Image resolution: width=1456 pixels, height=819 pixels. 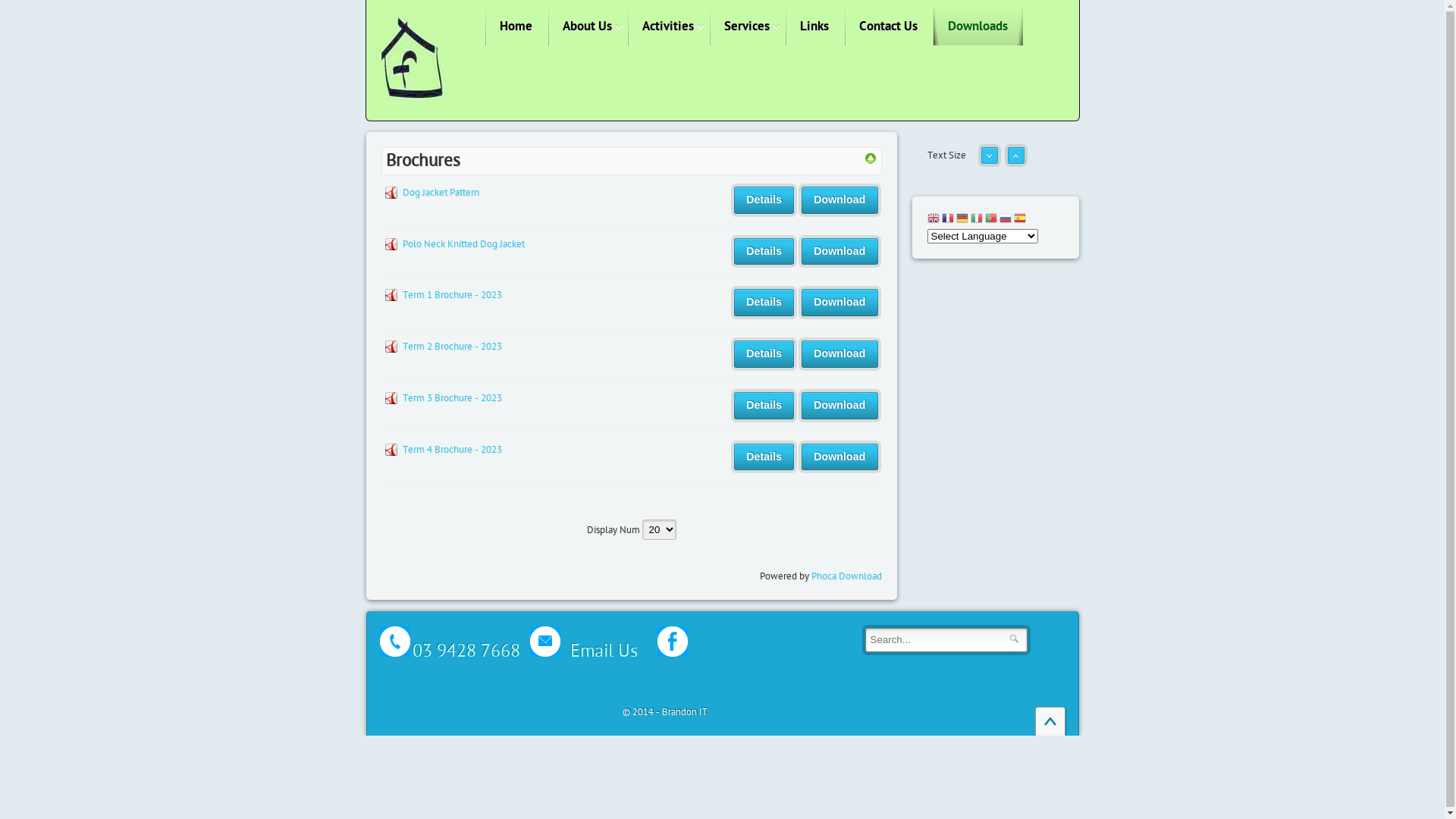 I want to click on 'Portuguese', so click(x=990, y=219).